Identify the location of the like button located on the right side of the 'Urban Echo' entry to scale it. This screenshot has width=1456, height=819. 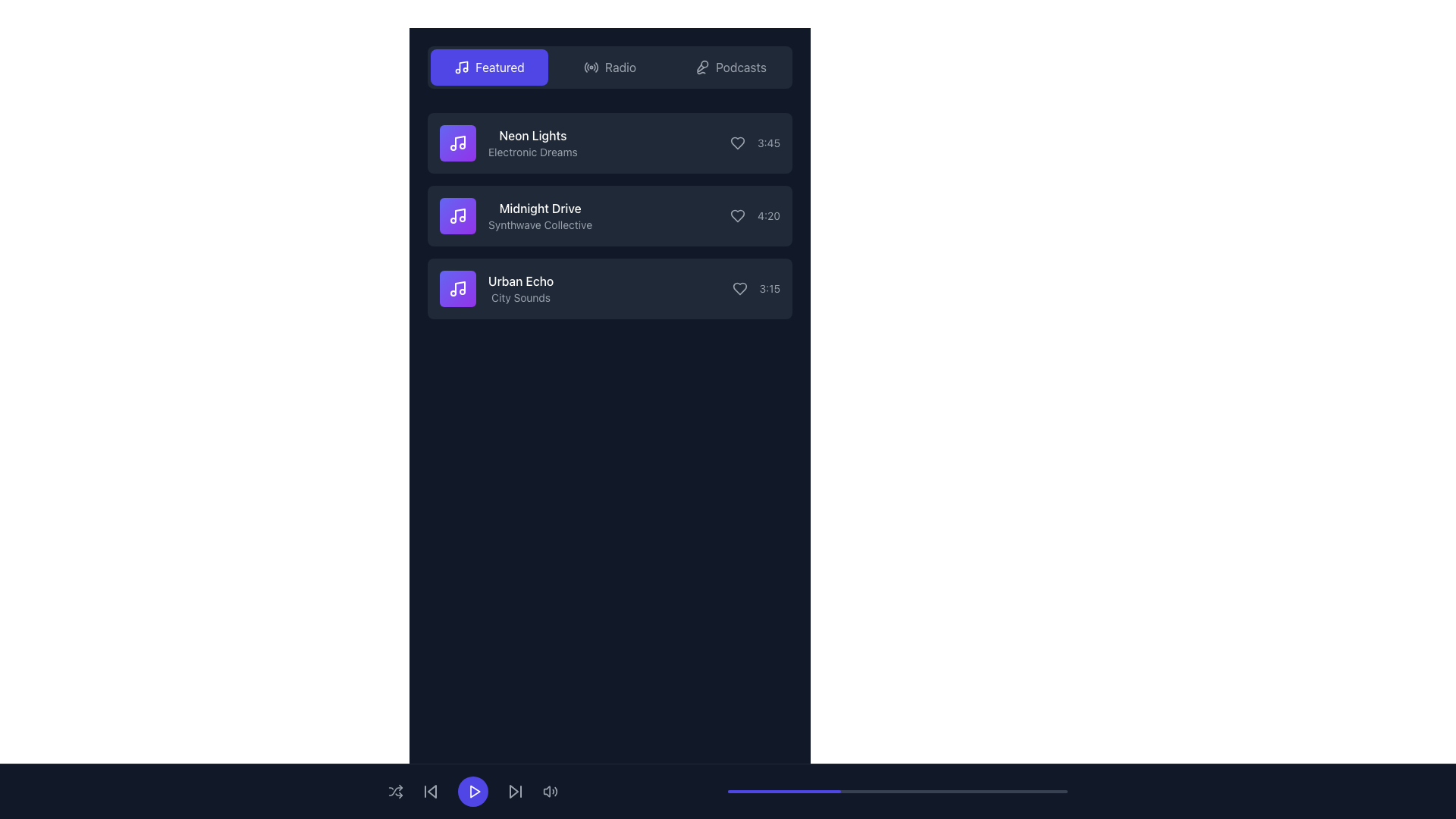
(739, 289).